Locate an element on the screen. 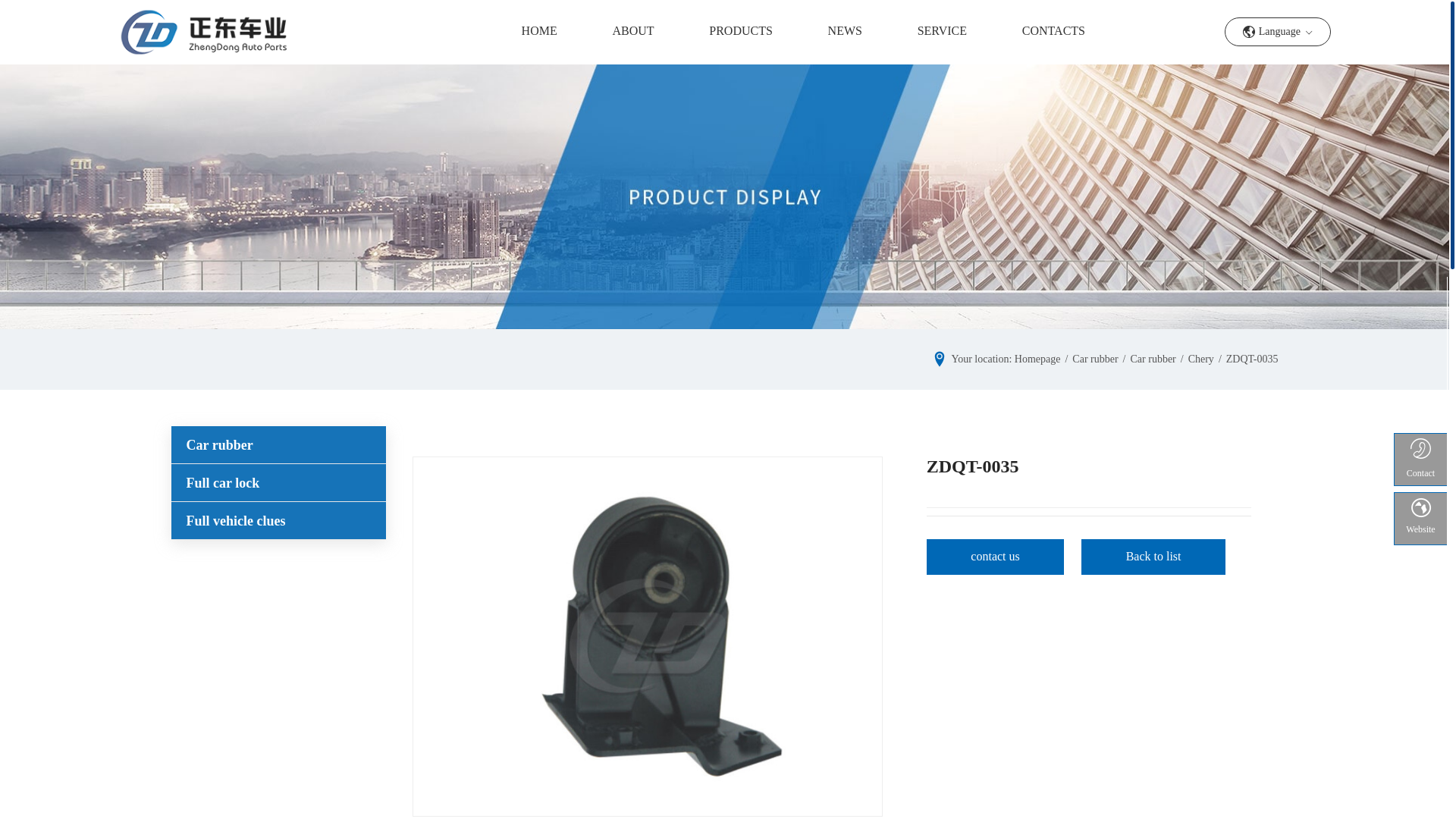 This screenshot has width=1456, height=819. 'imgboxbg' is located at coordinates (723, 195).